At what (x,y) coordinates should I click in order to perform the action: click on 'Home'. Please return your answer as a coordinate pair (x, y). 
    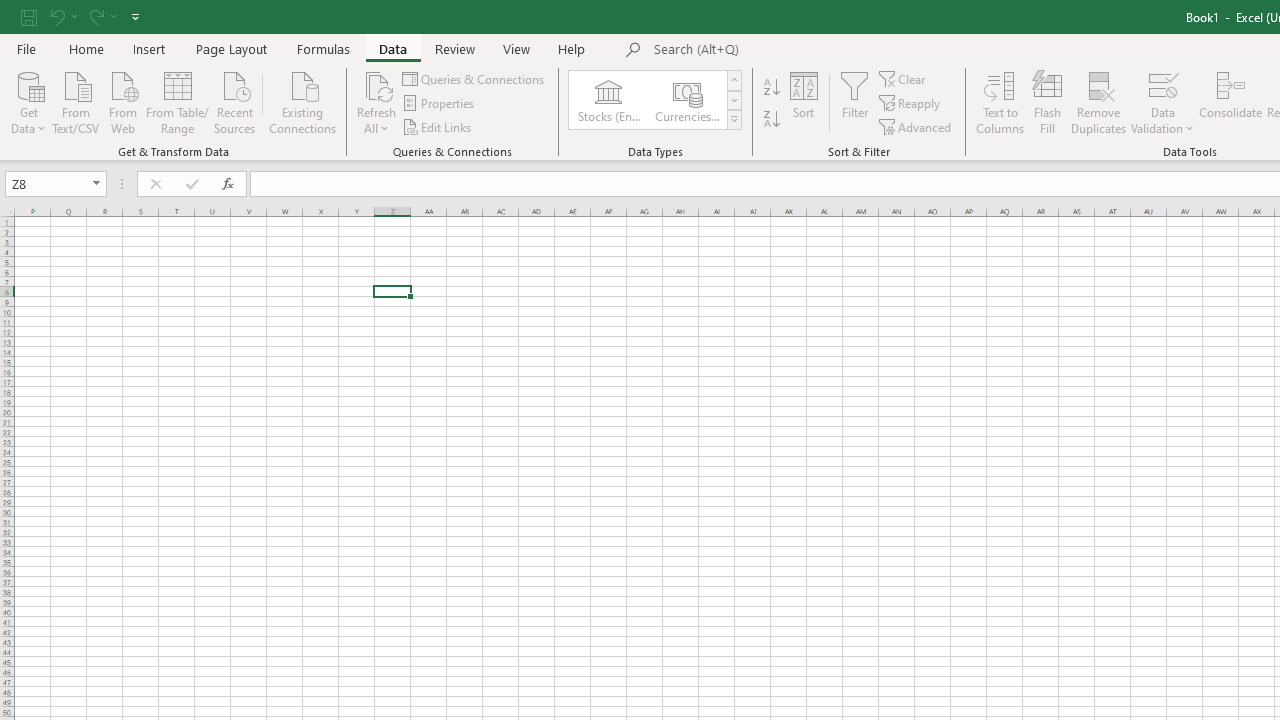
    Looking at the image, I should click on (85, 48).